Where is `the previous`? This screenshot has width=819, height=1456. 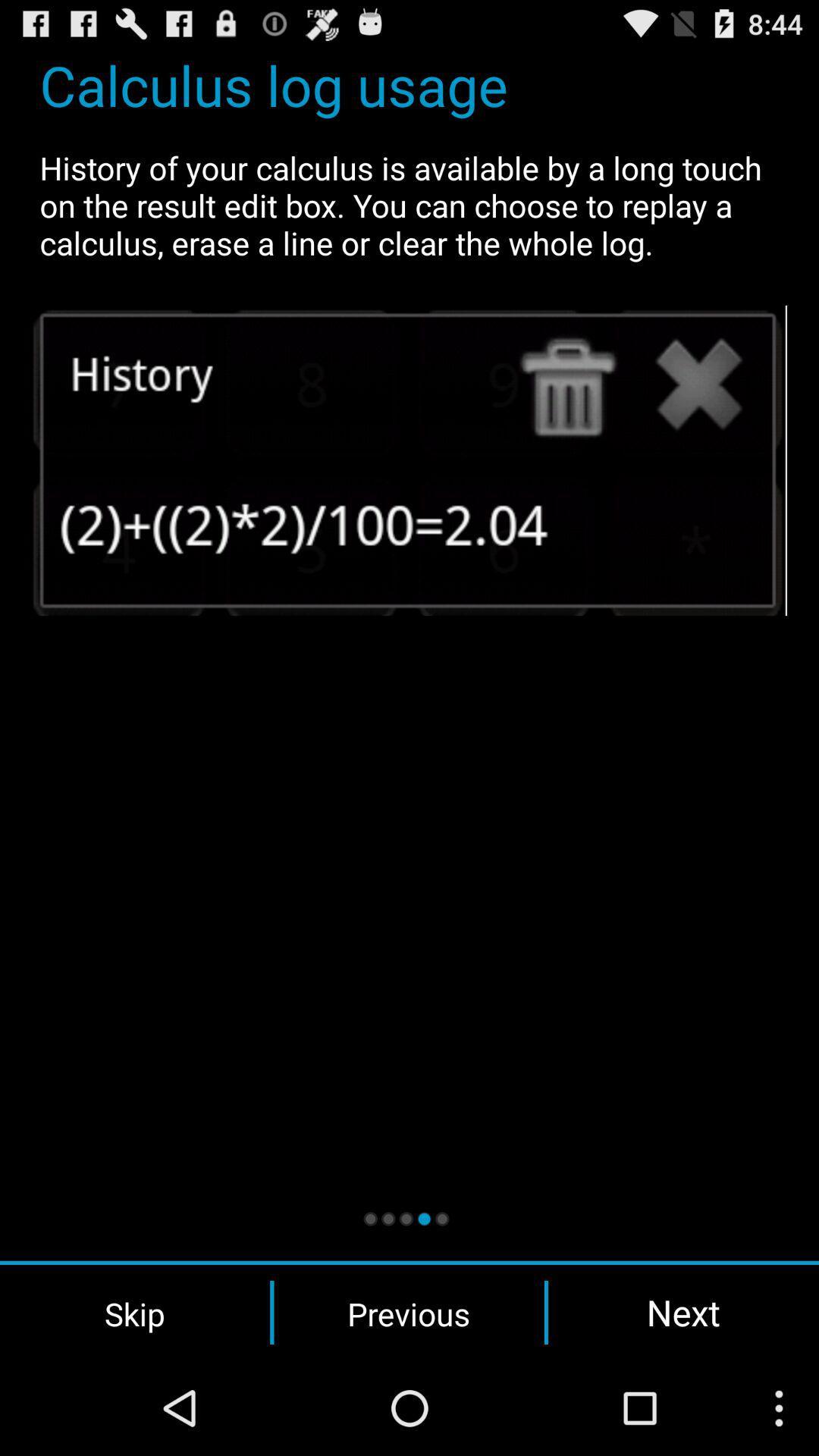
the previous is located at coordinates (408, 1312).